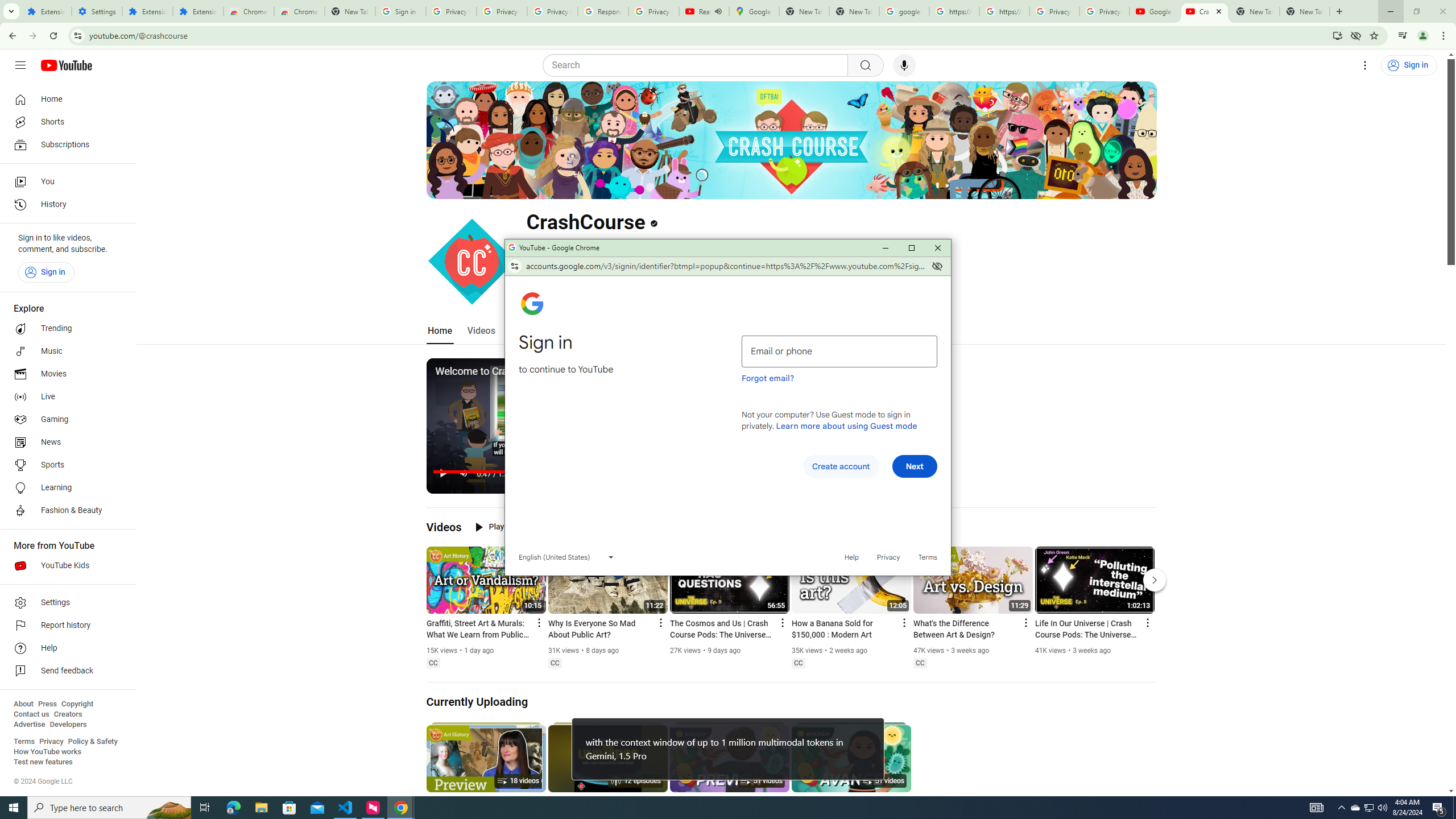 The image size is (1456, 819). What do you see at coordinates (299, 11) in the screenshot?
I see `'Chrome Web Store - Themes'` at bounding box center [299, 11].